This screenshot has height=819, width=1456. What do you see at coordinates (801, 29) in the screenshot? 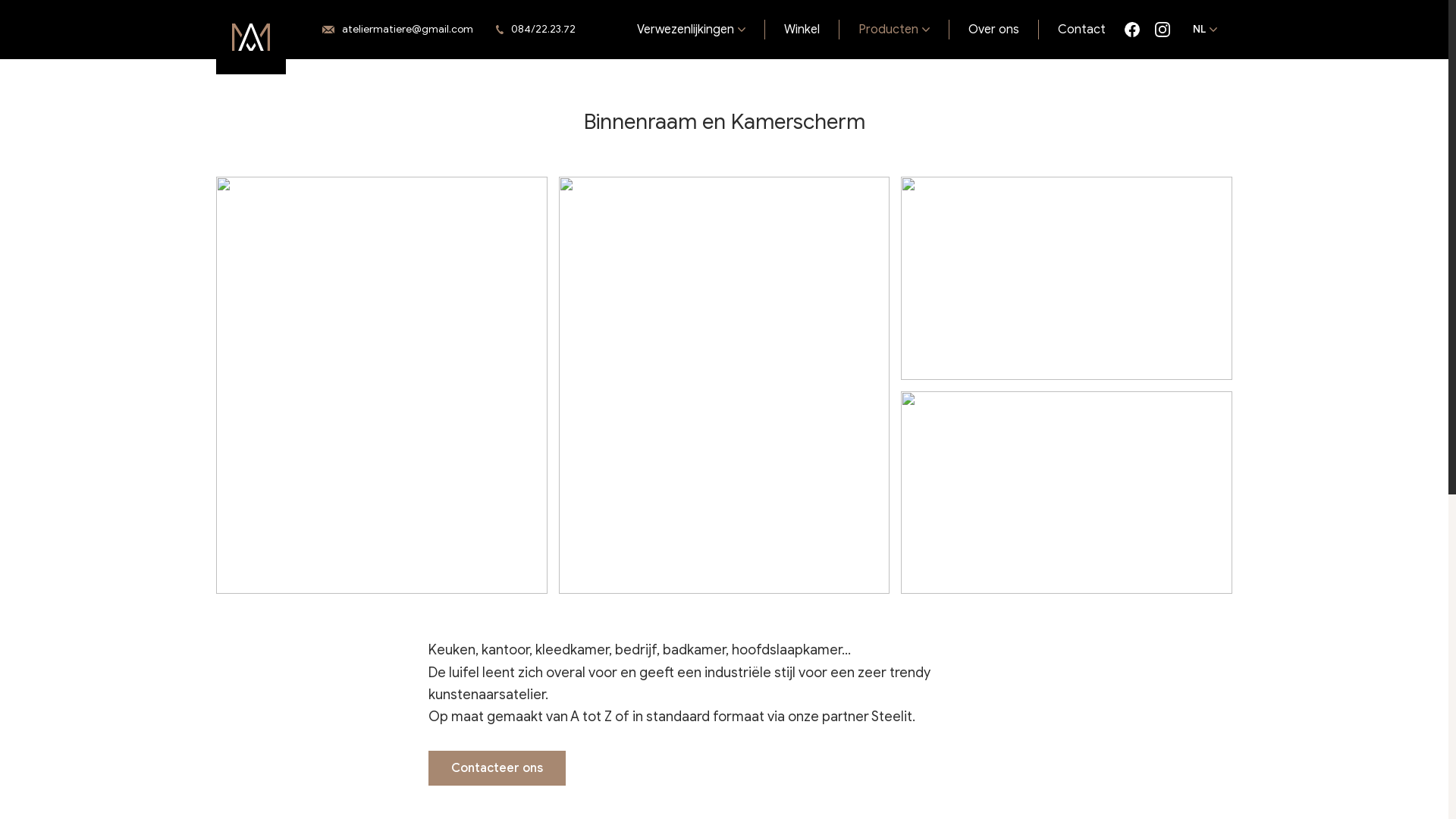
I see `'Winkel'` at bounding box center [801, 29].